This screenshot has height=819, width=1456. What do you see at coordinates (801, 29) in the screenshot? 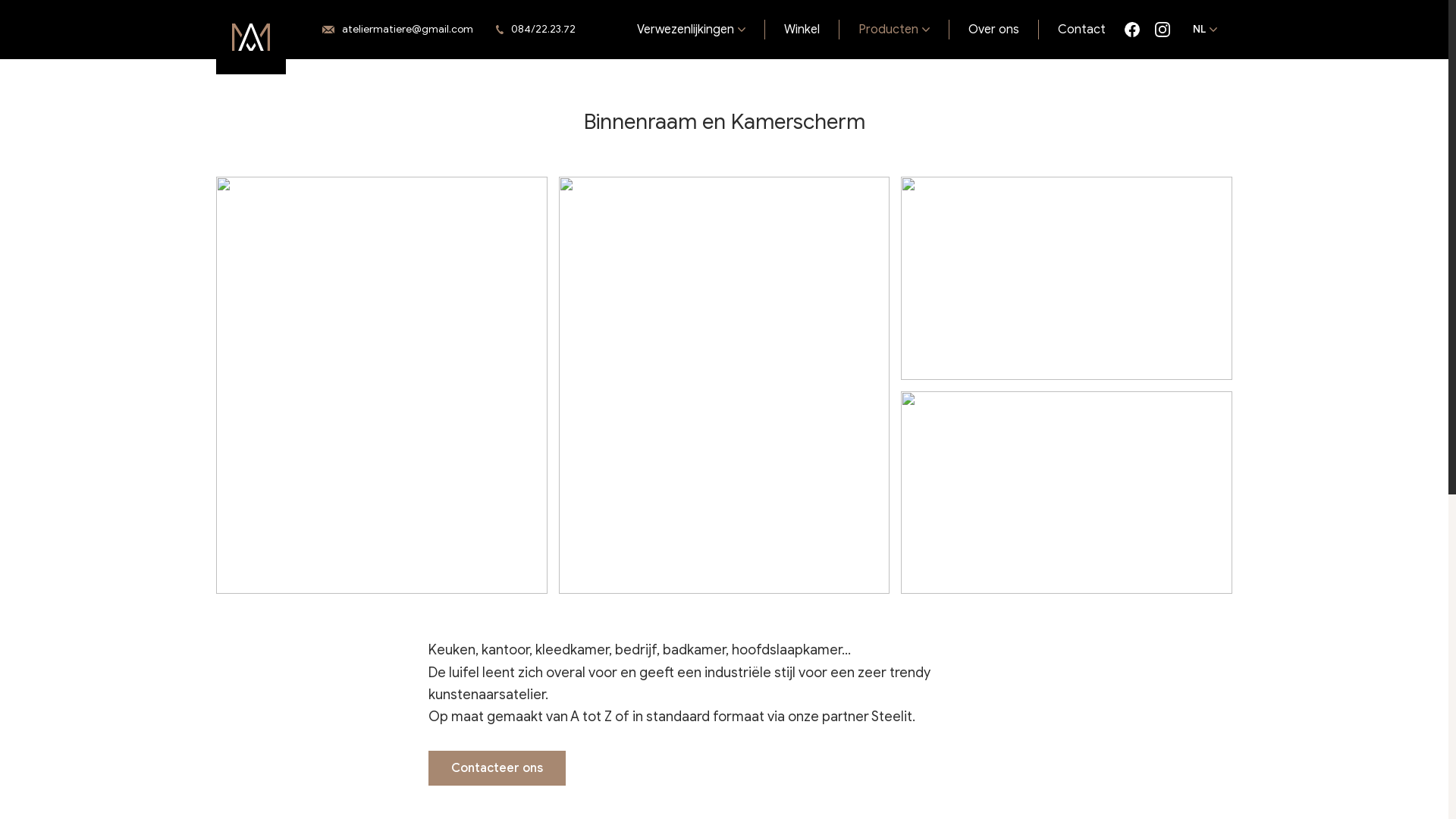
I see `'Winkel'` at bounding box center [801, 29].